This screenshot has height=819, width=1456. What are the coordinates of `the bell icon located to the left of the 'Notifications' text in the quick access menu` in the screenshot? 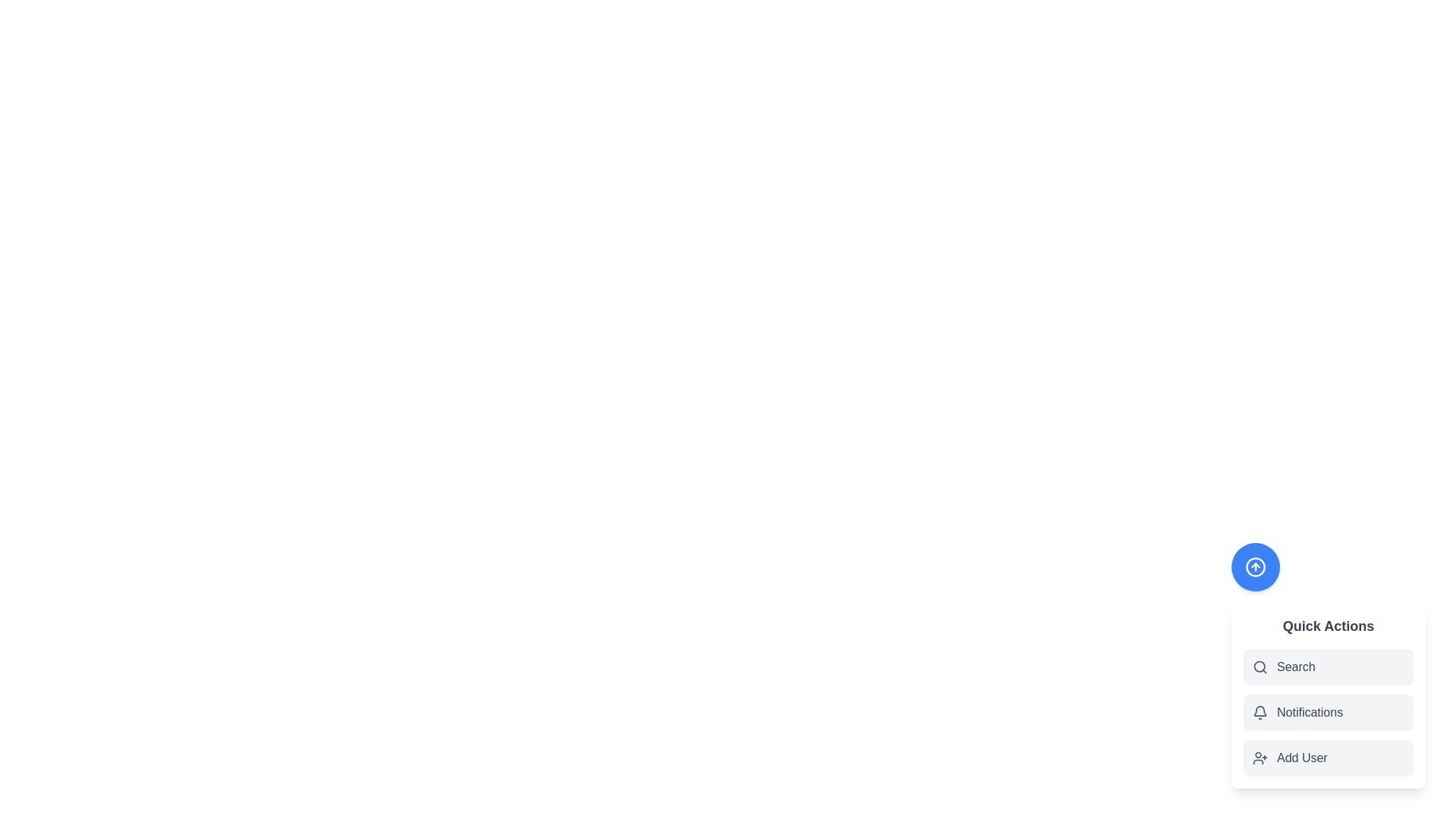 It's located at (1260, 713).